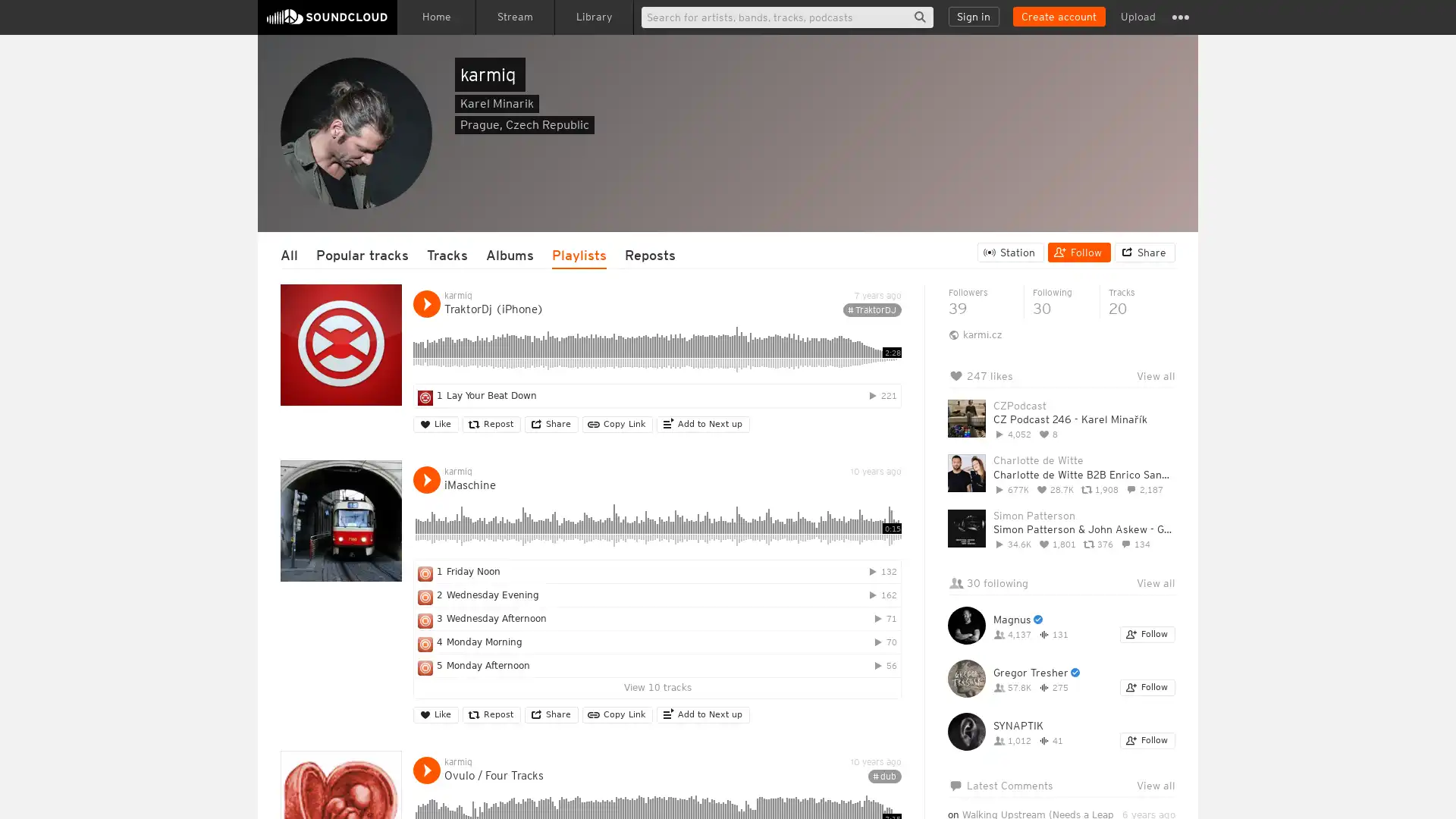 Image resolution: width=1456 pixels, height=819 pixels. Describe the element at coordinates (435, 714) in the screenshot. I see `Like` at that location.